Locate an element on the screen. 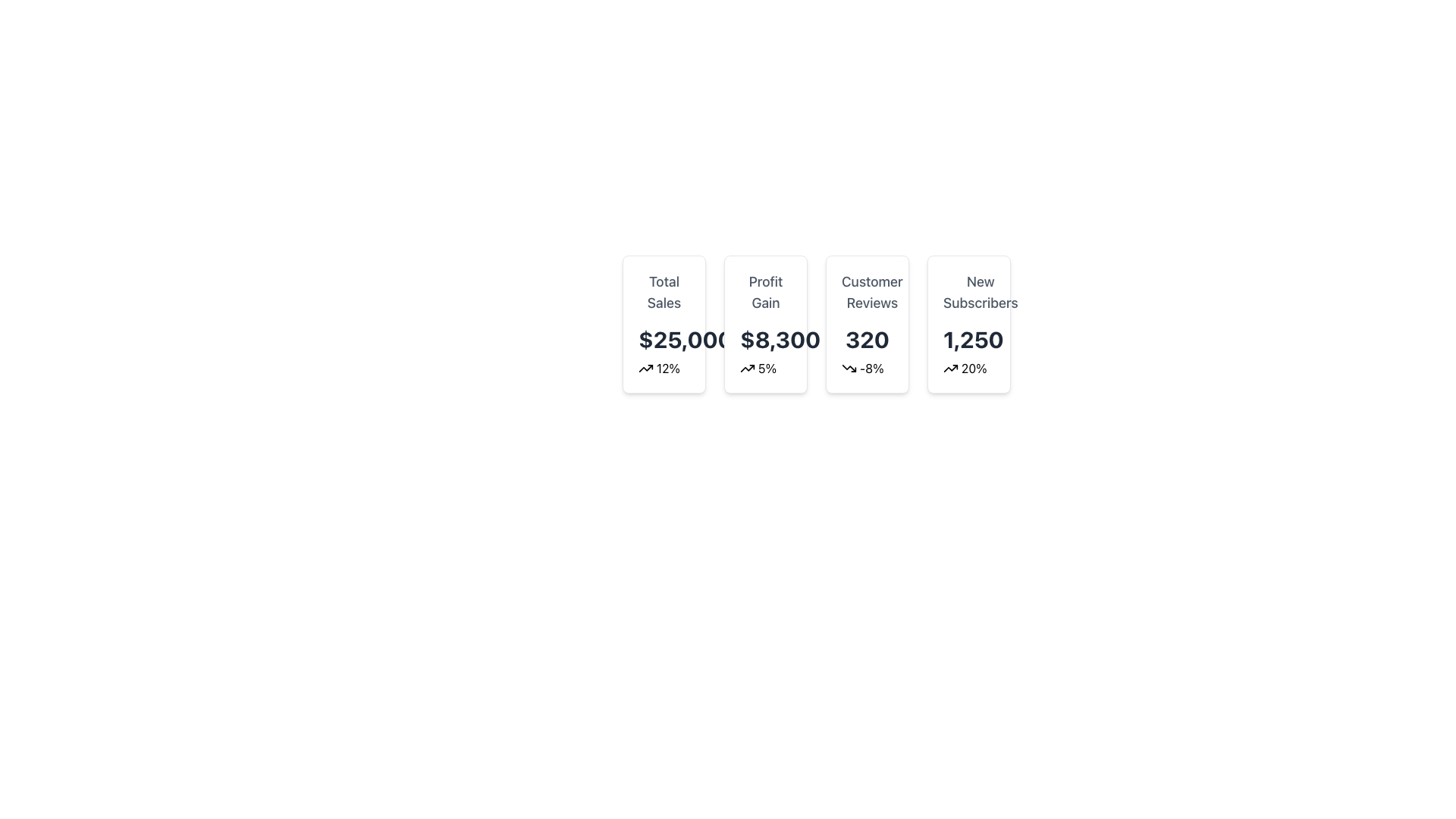 Image resolution: width=1456 pixels, height=819 pixels. the Statistical Card, which displays the profit gain statistic and is the second card from the left in the grid layout is located at coordinates (765, 324).